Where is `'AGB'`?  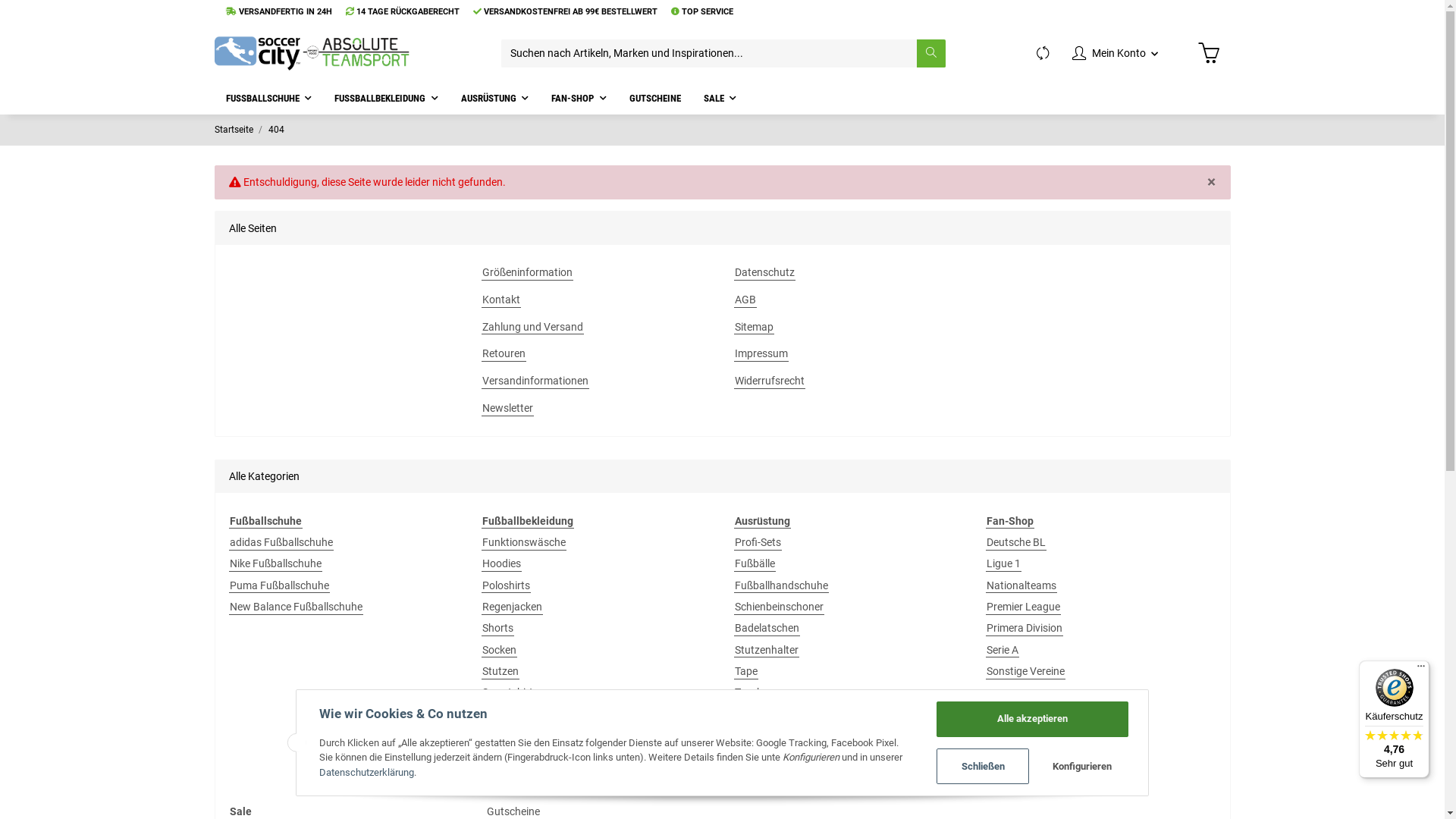
'AGB' is located at coordinates (734, 300).